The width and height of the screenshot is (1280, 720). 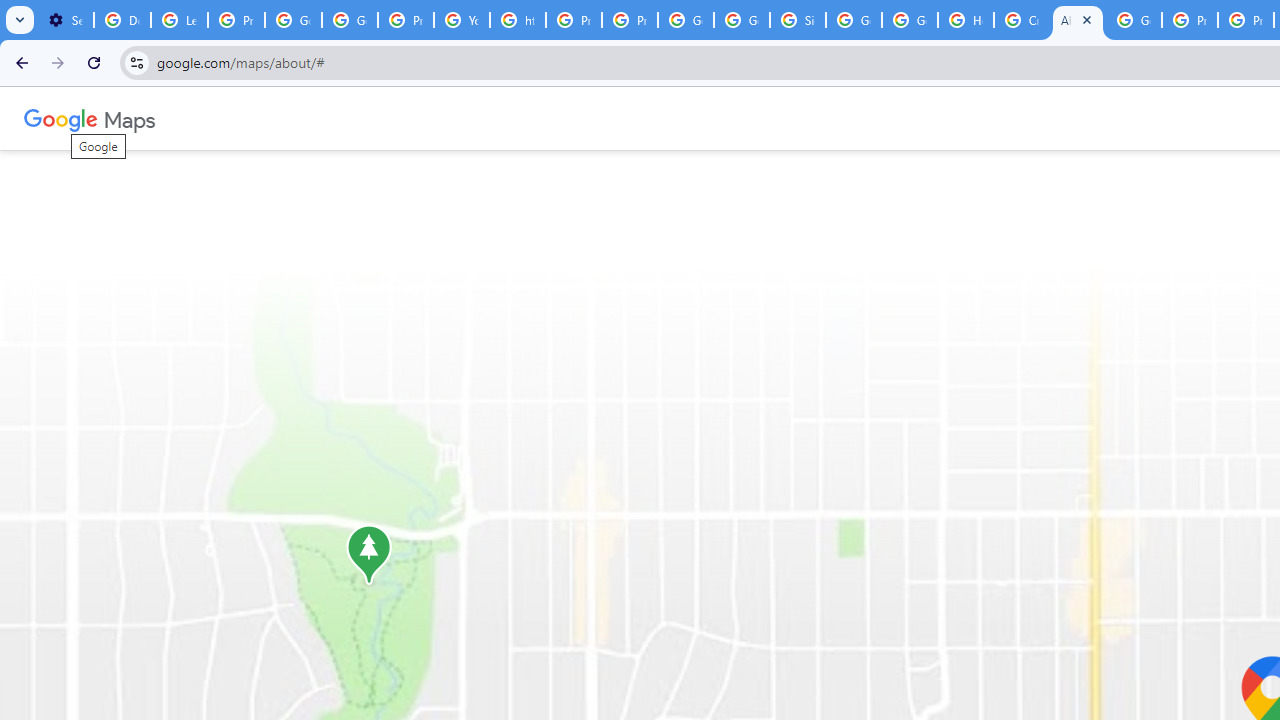 I want to click on 'Reload', so click(x=93, y=61).